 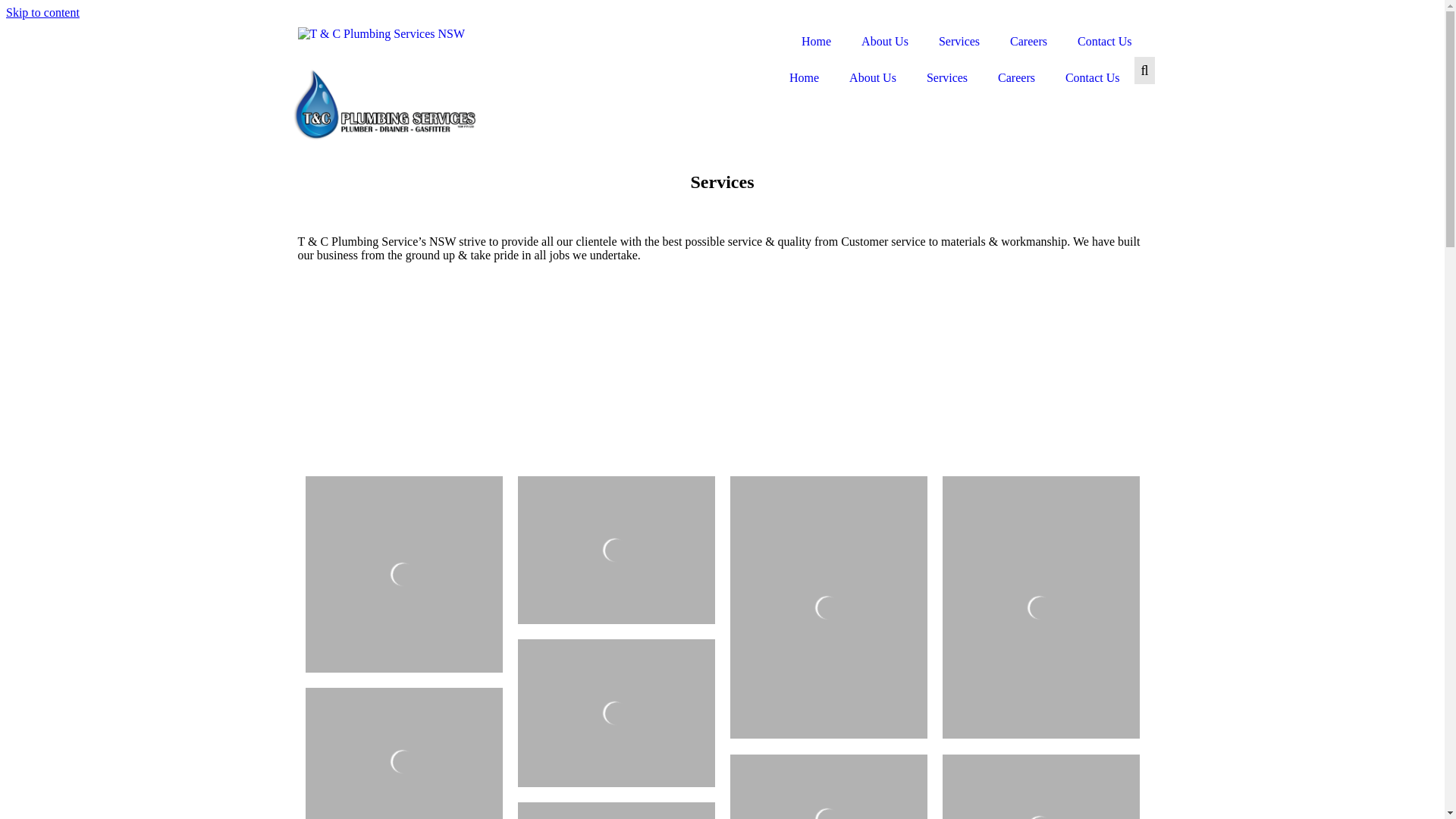 What do you see at coordinates (1016, 78) in the screenshot?
I see `'Careers'` at bounding box center [1016, 78].